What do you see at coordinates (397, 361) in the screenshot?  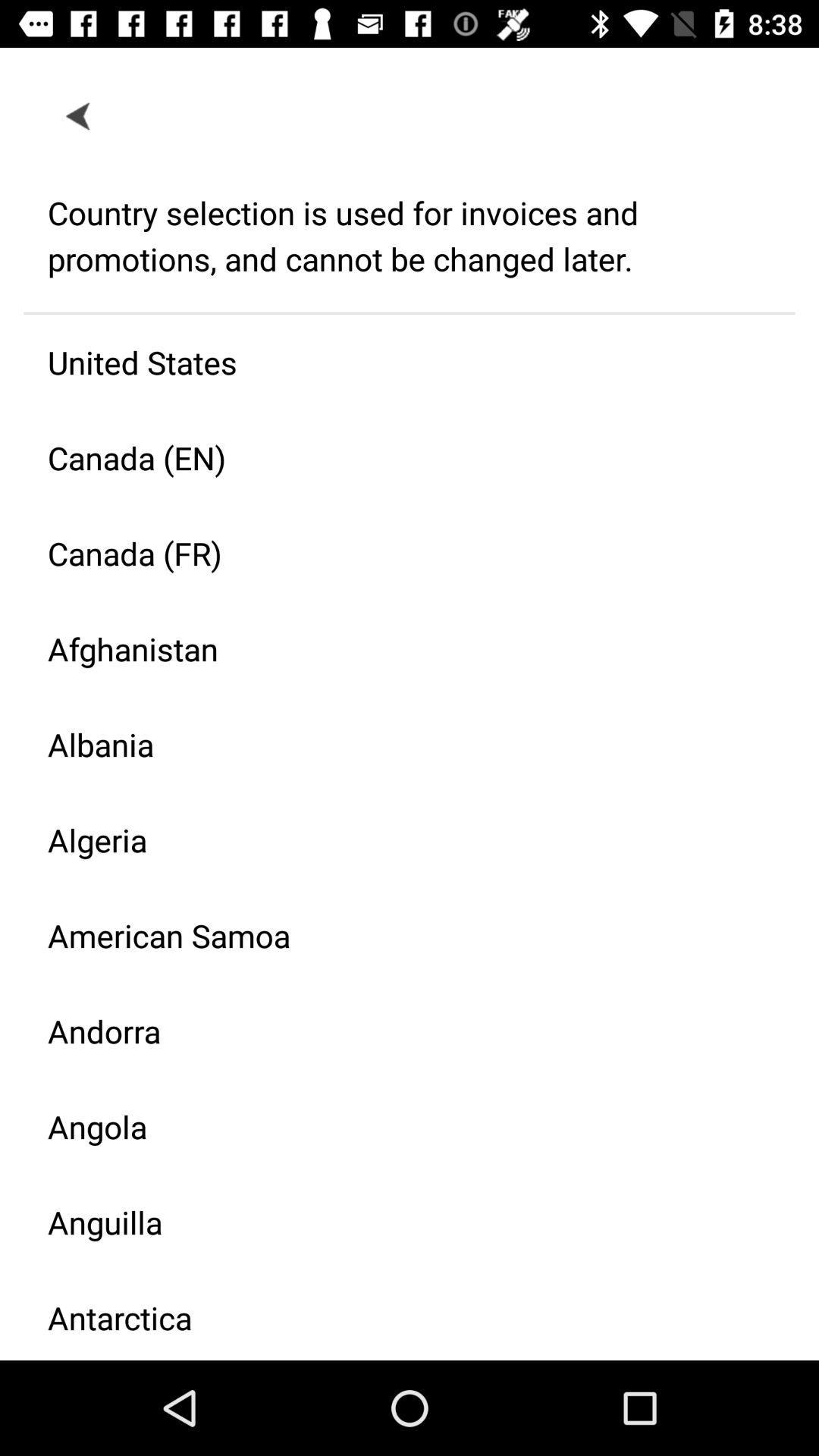 I see `the icon above the canada (en) icon` at bounding box center [397, 361].